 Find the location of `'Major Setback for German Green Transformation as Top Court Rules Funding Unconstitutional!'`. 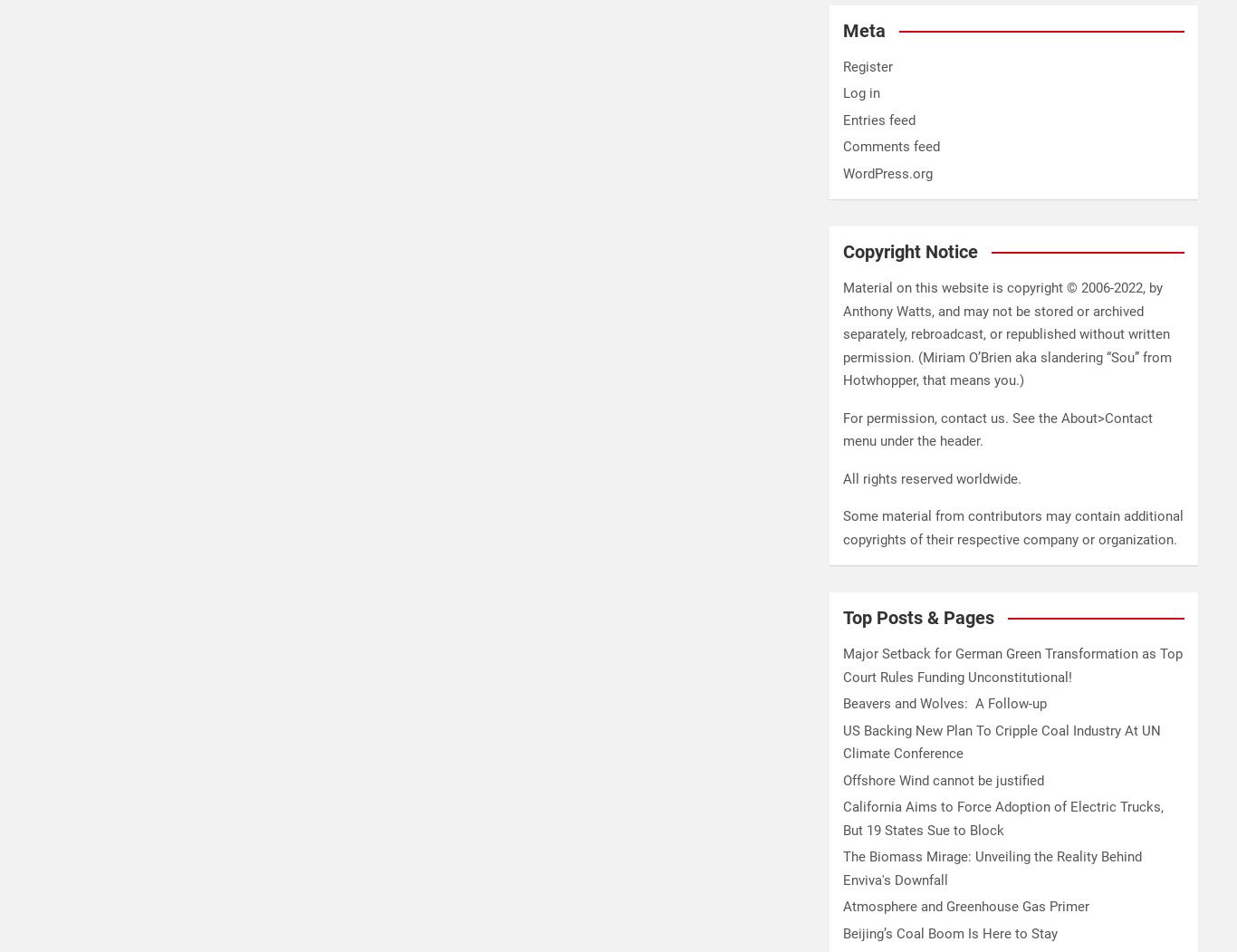

'Major Setback for German Green Transformation as Top Court Rules Funding Unconstitutional!' is located at coordinates (1012, 665).